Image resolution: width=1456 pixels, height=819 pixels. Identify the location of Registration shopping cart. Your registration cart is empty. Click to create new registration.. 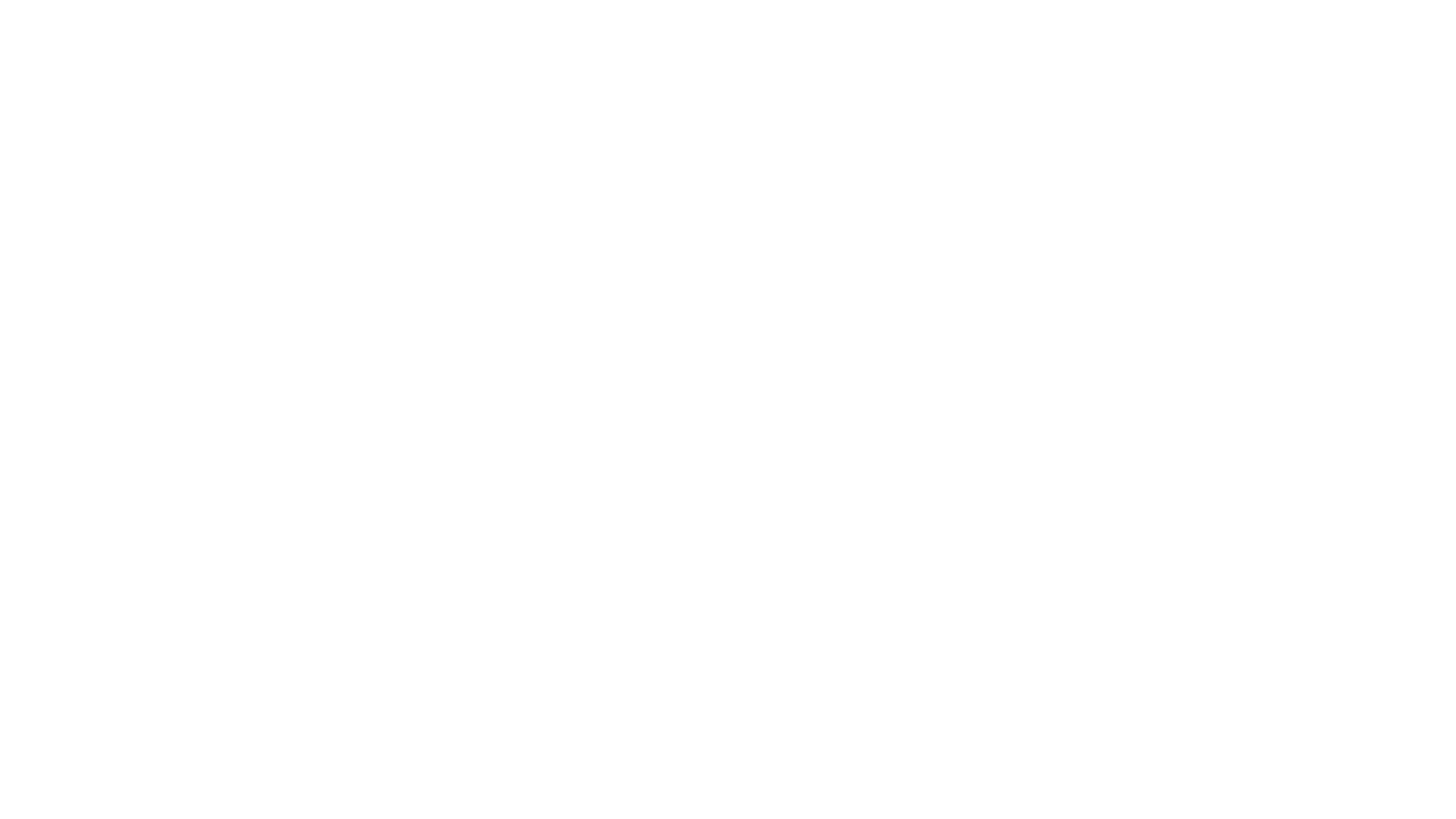
(1133, 42).